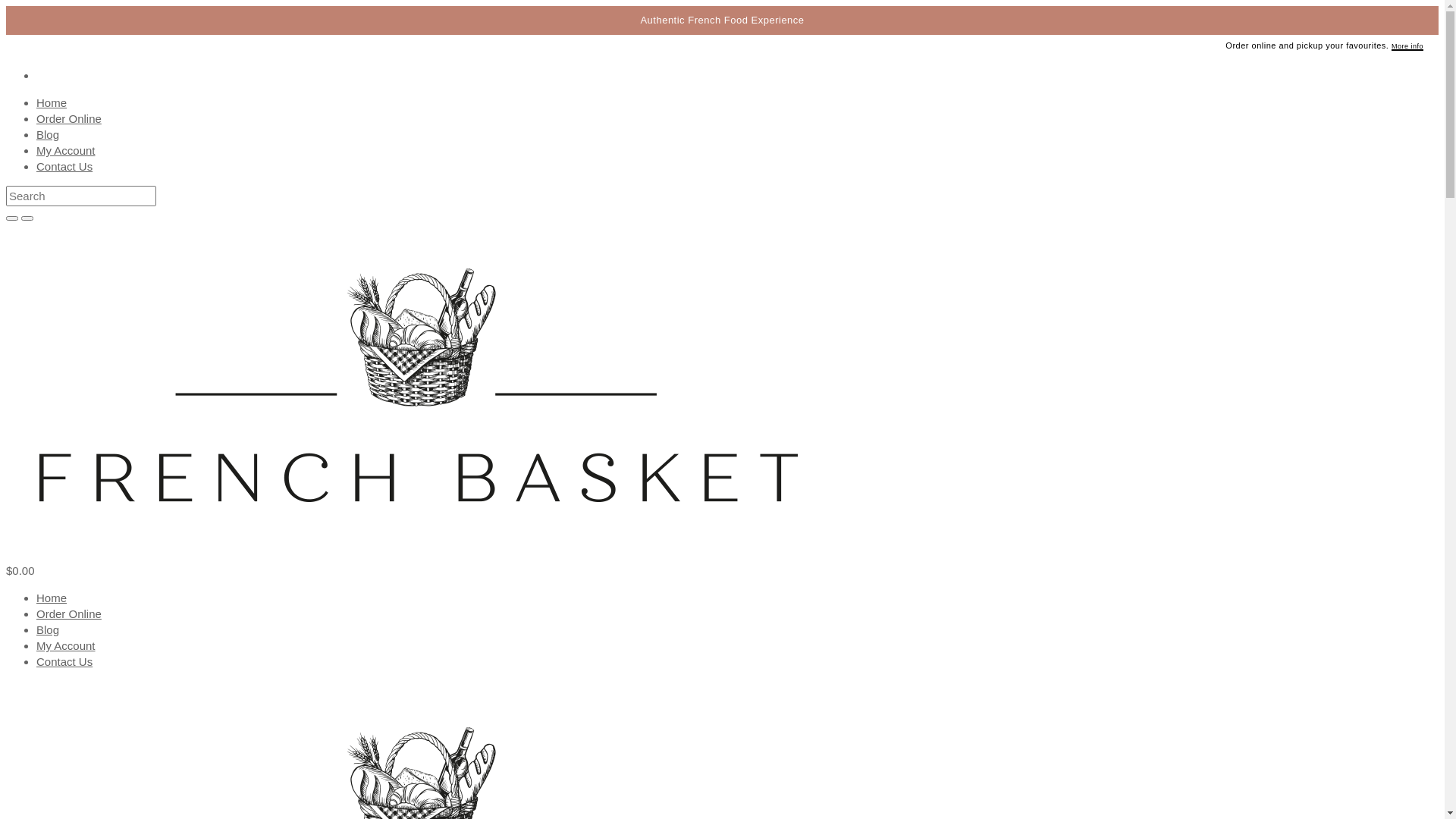 Image resolution: width=1456 pixels, height=819 pixels. I want to click on 'Contact Us', so click(64, 166).